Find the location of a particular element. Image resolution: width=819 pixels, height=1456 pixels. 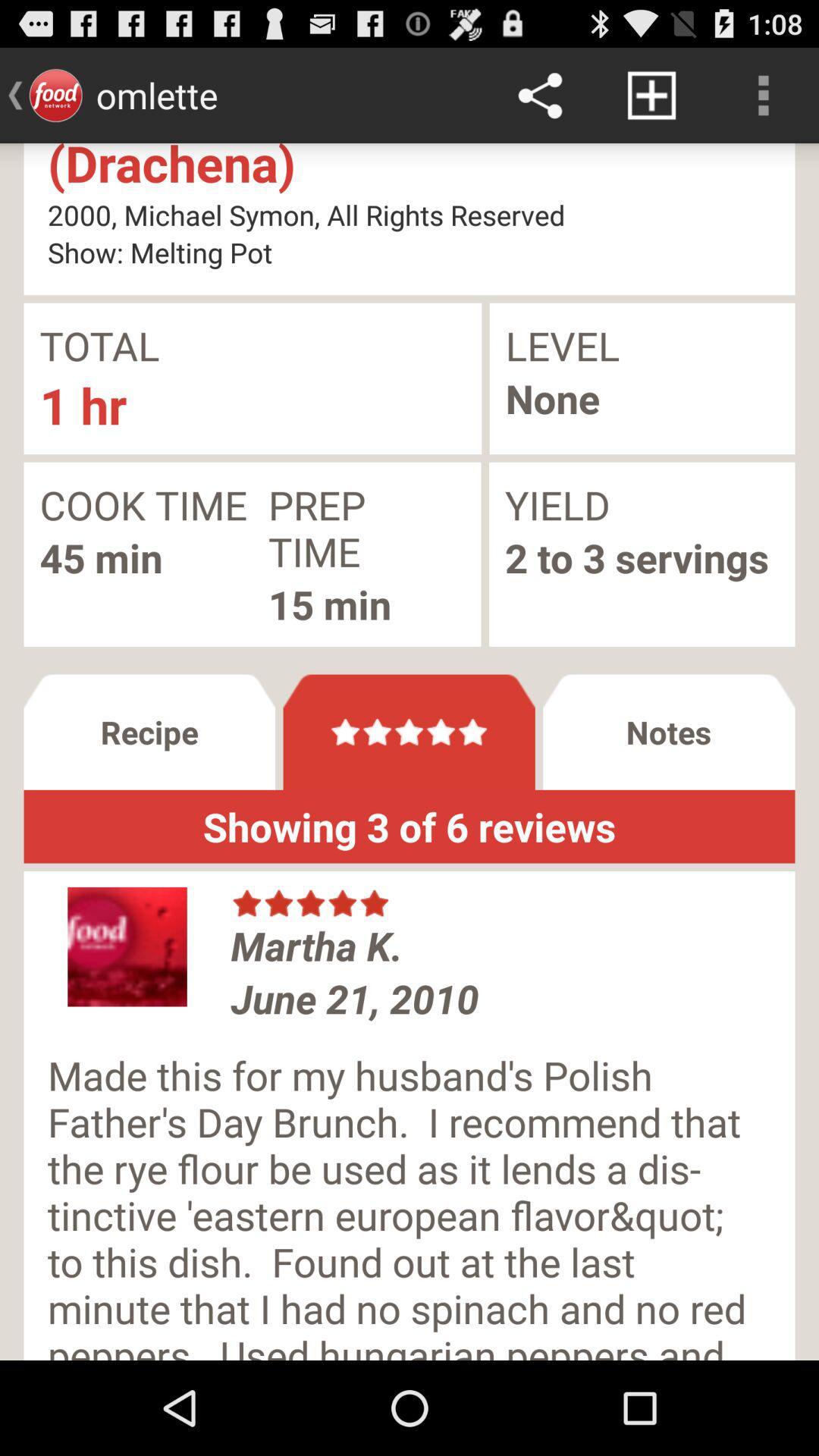

the app above the baked polish omlette is located at coordinates (651, 94).